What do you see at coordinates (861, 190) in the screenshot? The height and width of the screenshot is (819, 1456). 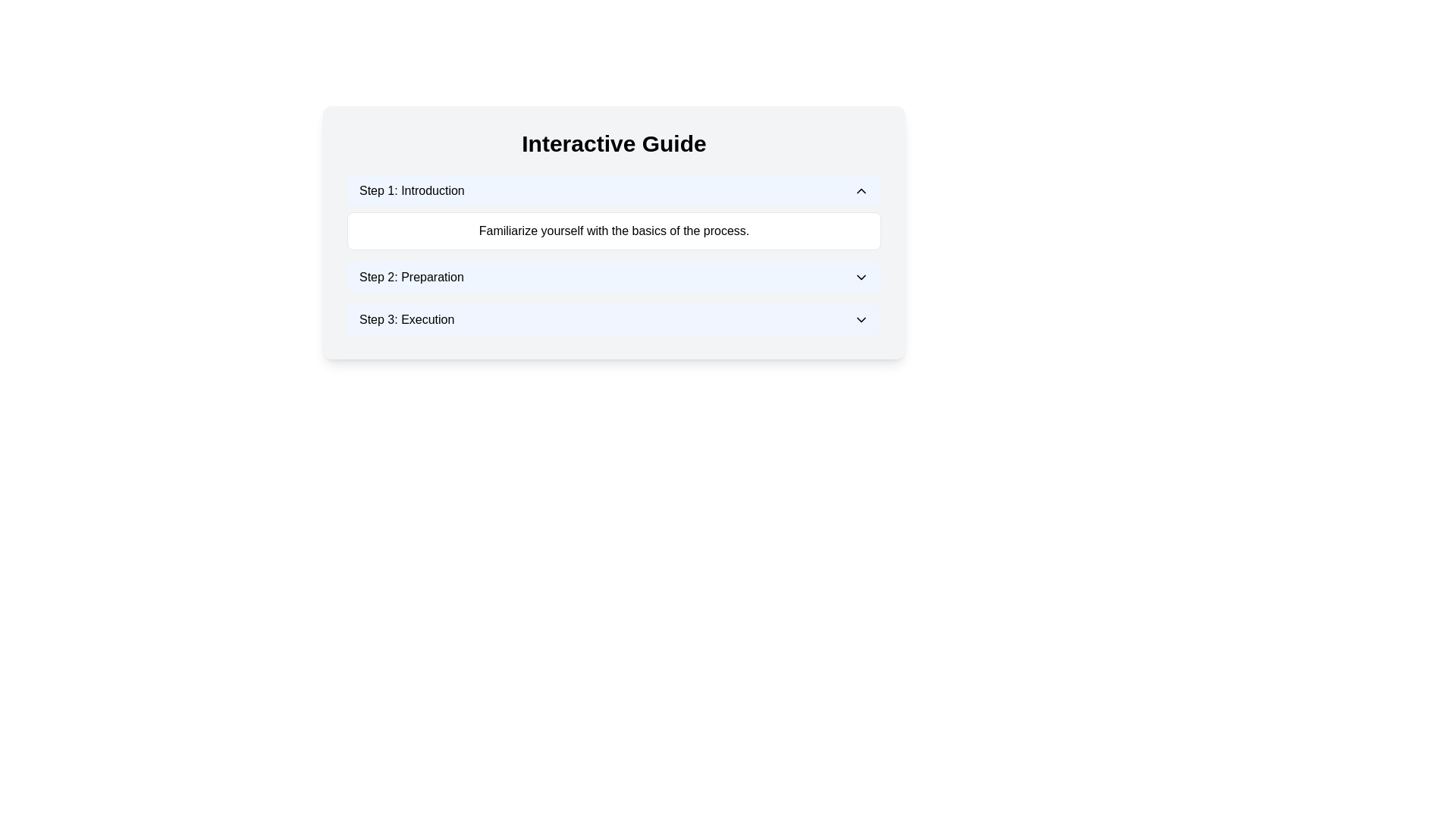 I see `the small upward-pointing chevron icon on the right side of the header labeled 'Step 1: Introduction'` at bounding box center [861, 190].